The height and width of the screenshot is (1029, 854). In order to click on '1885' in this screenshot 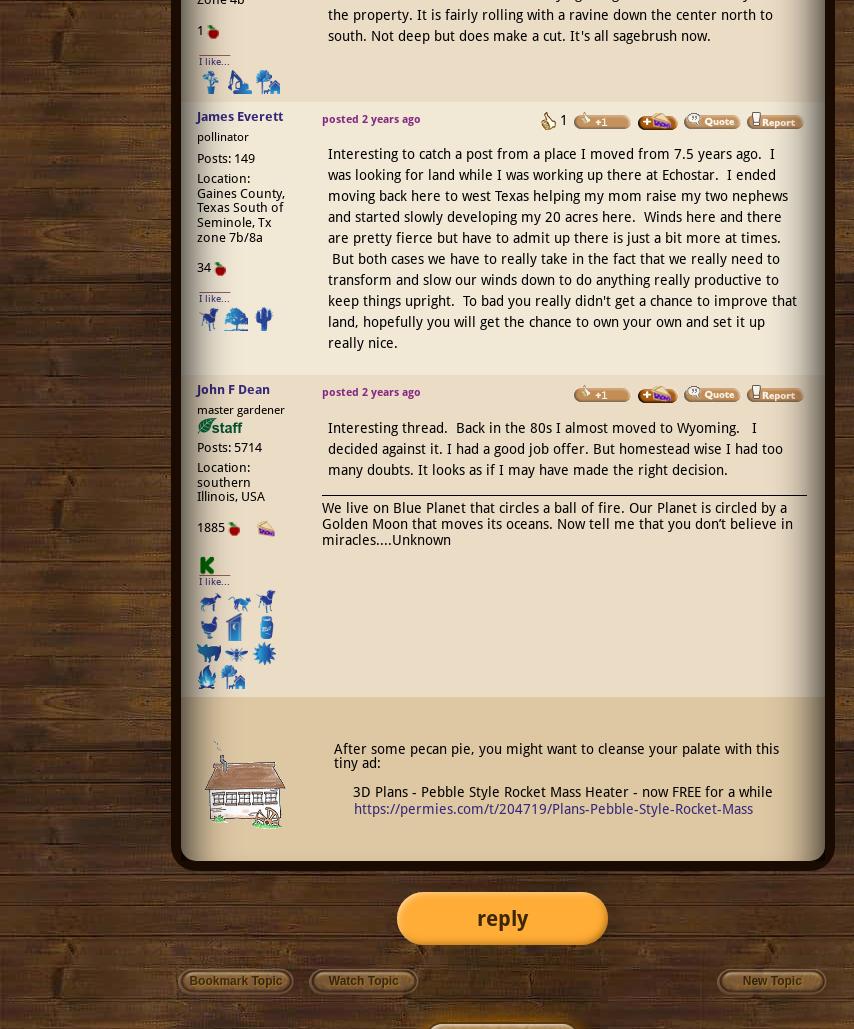, I will do `click(208, 526)`.